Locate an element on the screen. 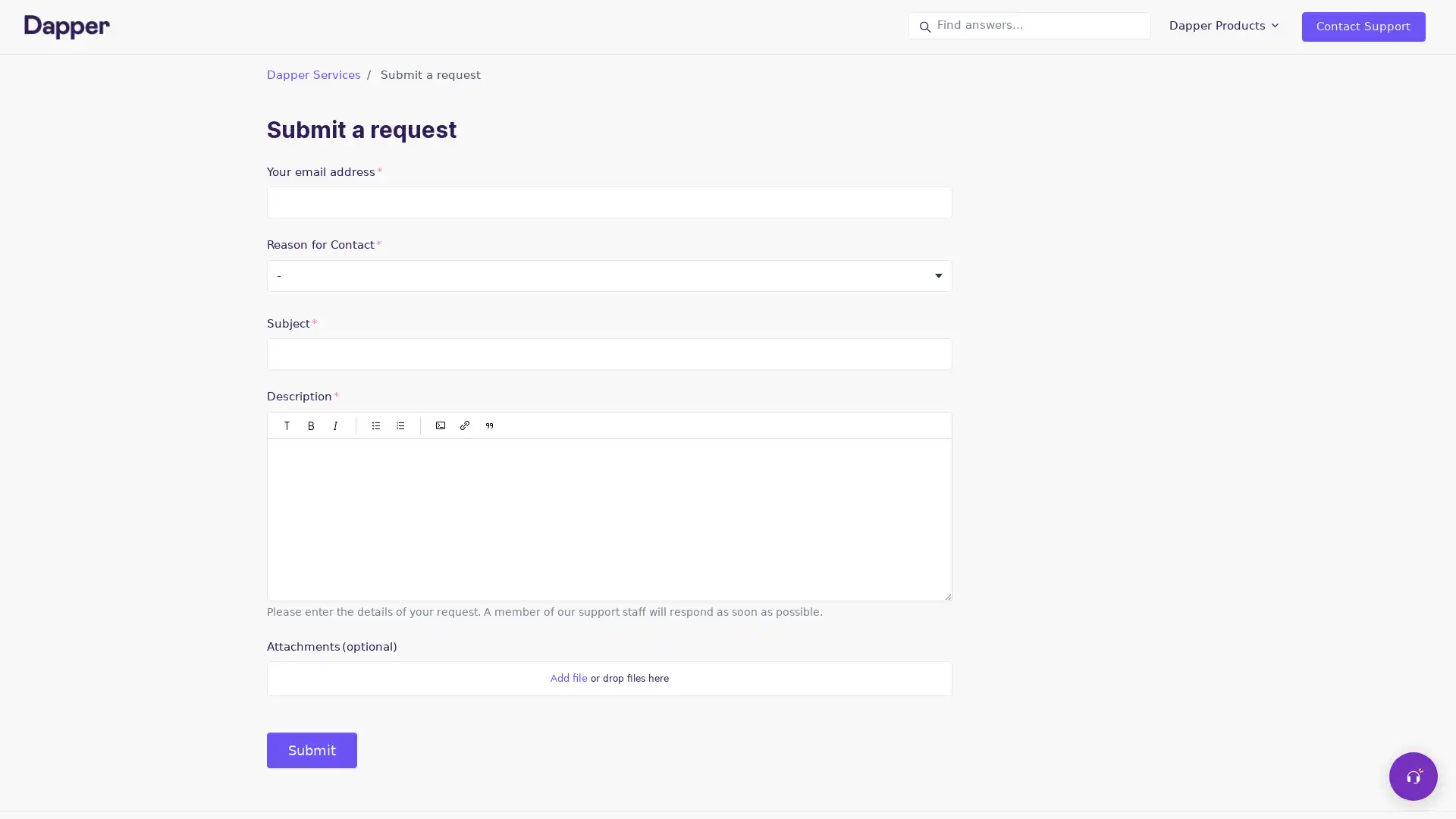 The image size is (1456, 819). Choose Files is located at coordinates (301, 670).